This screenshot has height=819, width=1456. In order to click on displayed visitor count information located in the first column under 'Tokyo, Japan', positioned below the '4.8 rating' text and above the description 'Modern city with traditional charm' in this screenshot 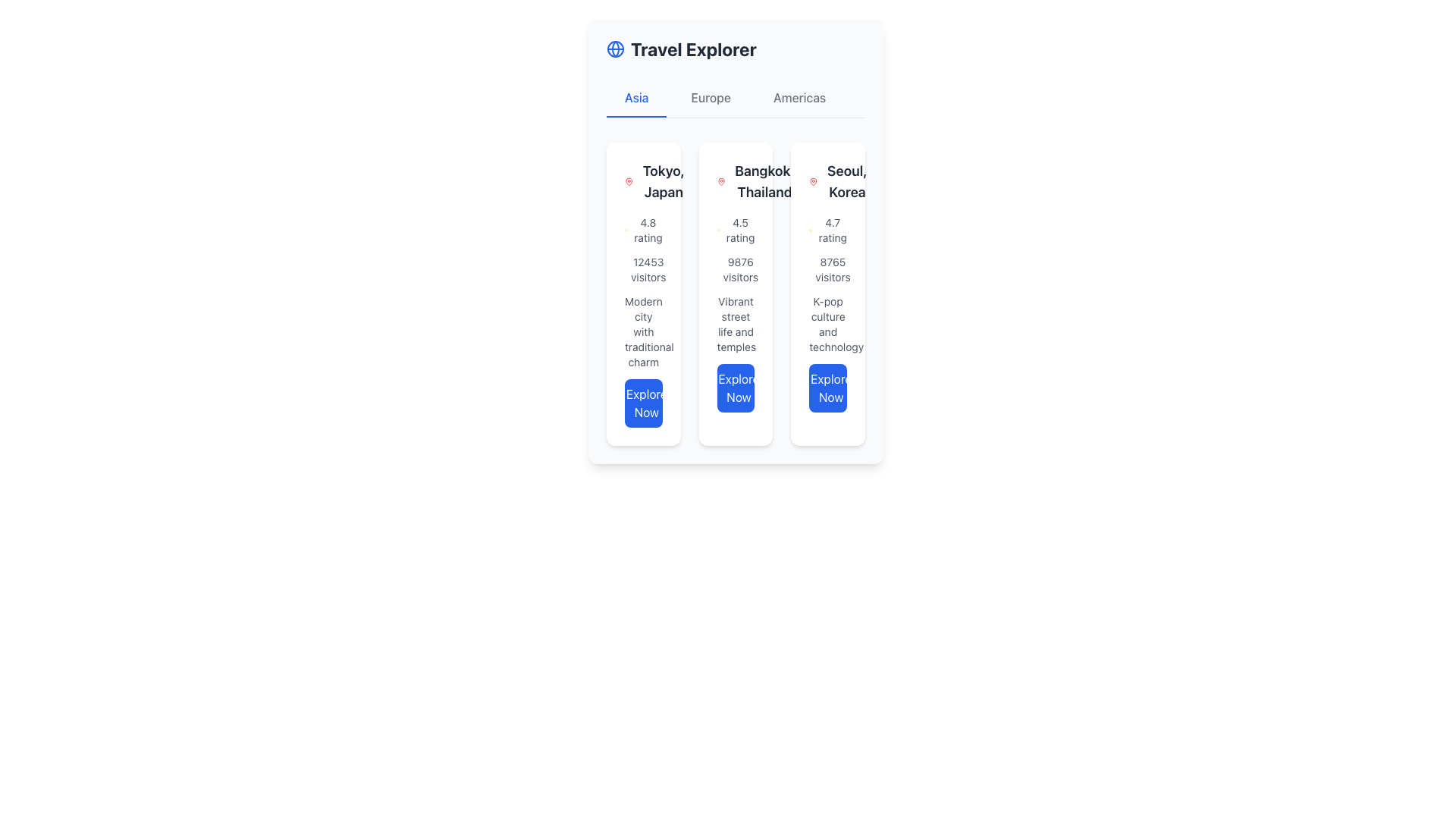, I will do `click(643, 268)`.